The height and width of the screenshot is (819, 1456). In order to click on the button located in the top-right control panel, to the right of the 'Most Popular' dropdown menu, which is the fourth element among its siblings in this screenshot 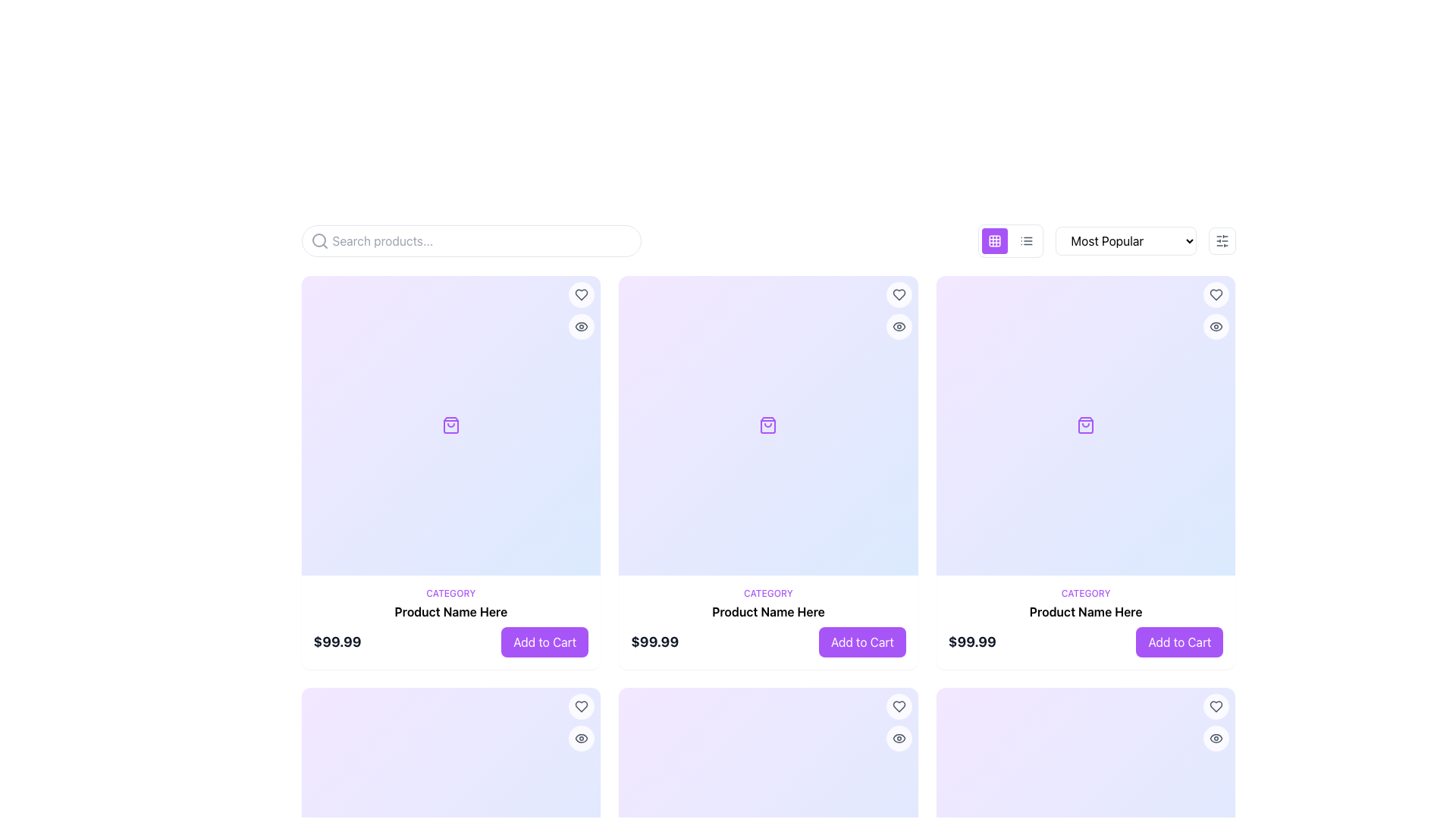, I will do `click(1222, 240)`.